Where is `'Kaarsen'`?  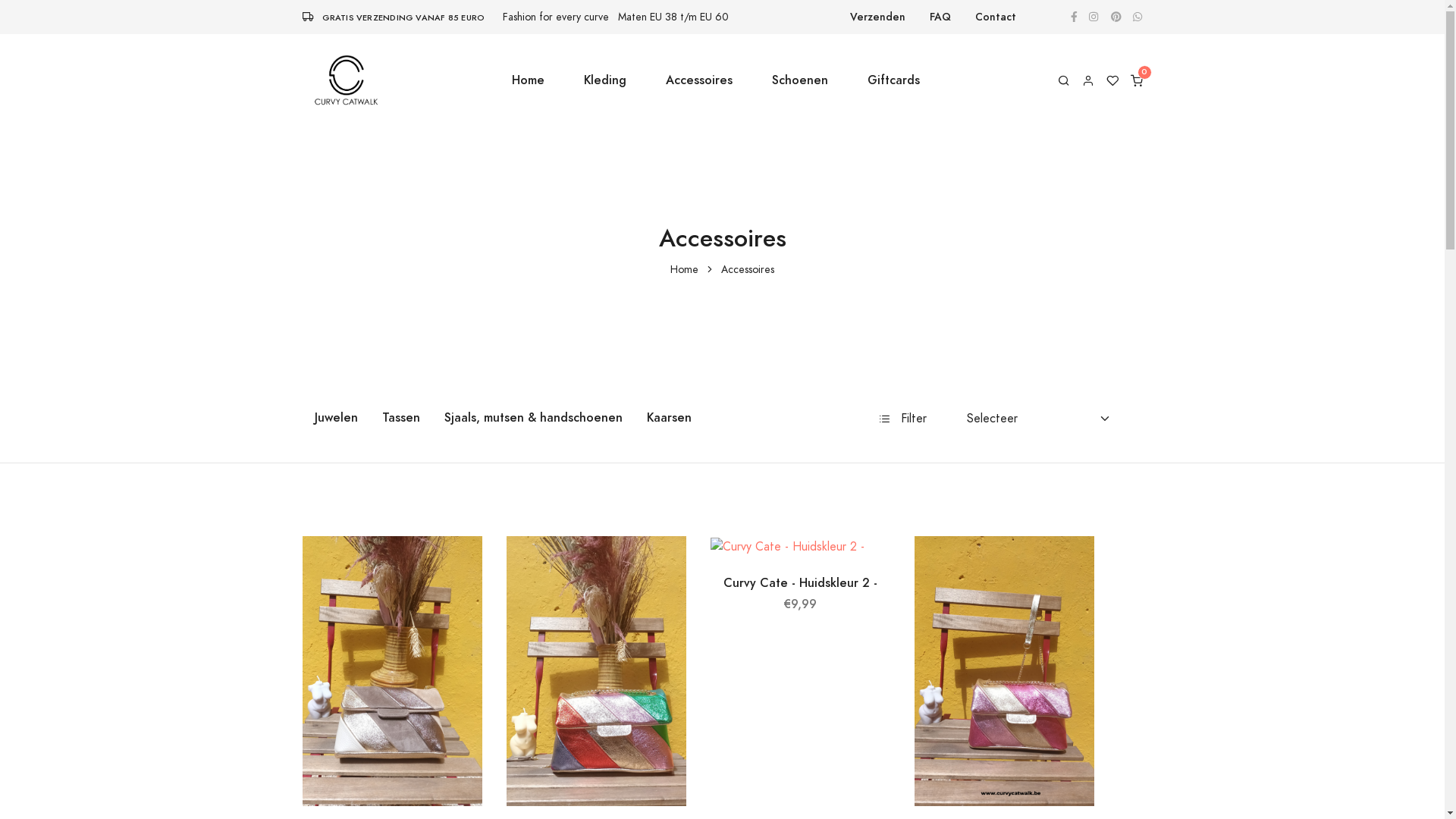
'Kaarsen' is located at coordinates (633, 418).